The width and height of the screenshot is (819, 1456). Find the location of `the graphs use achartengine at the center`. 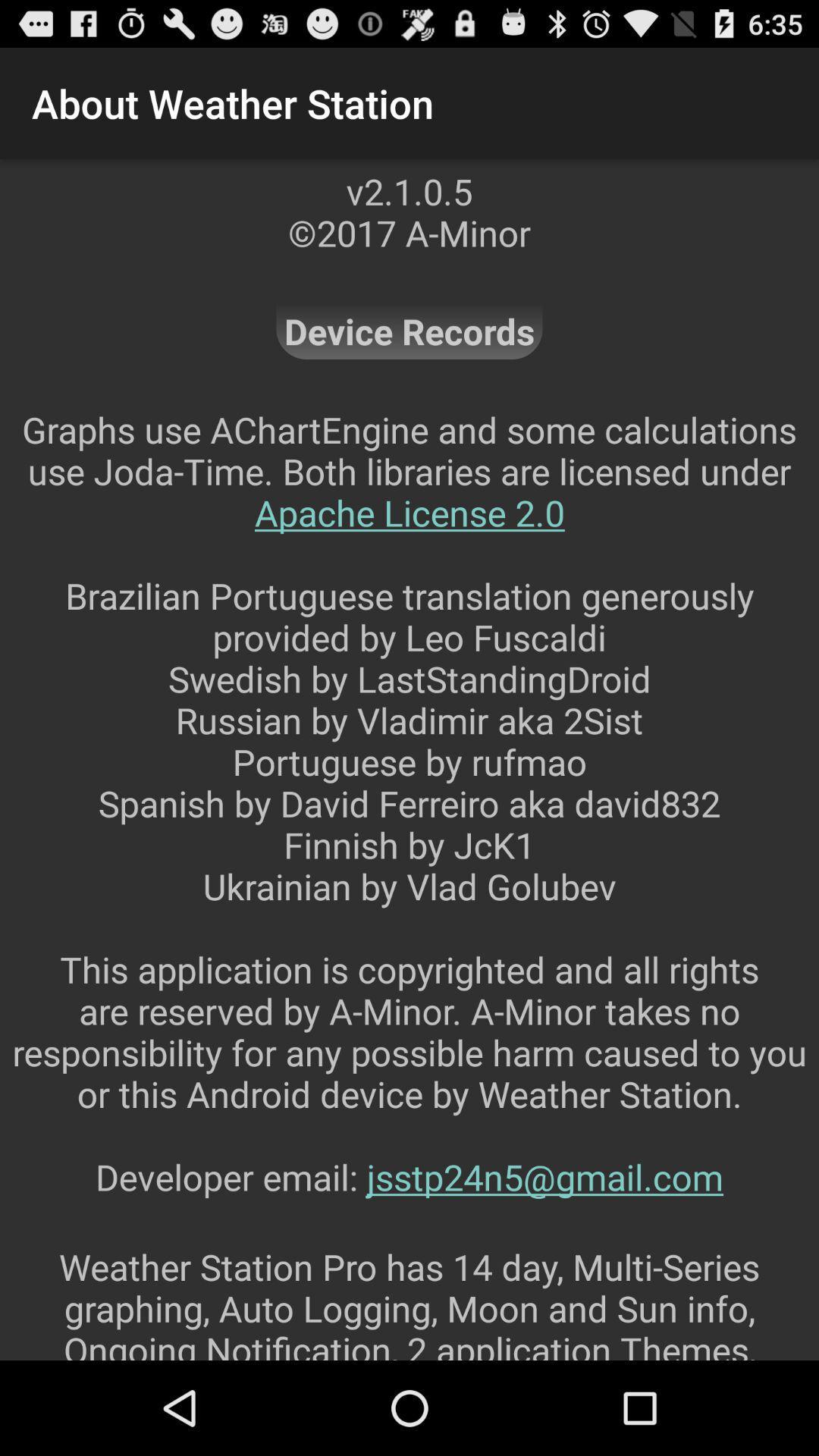

the graphs use achartengine at the center is located at coordinates (409, 823).